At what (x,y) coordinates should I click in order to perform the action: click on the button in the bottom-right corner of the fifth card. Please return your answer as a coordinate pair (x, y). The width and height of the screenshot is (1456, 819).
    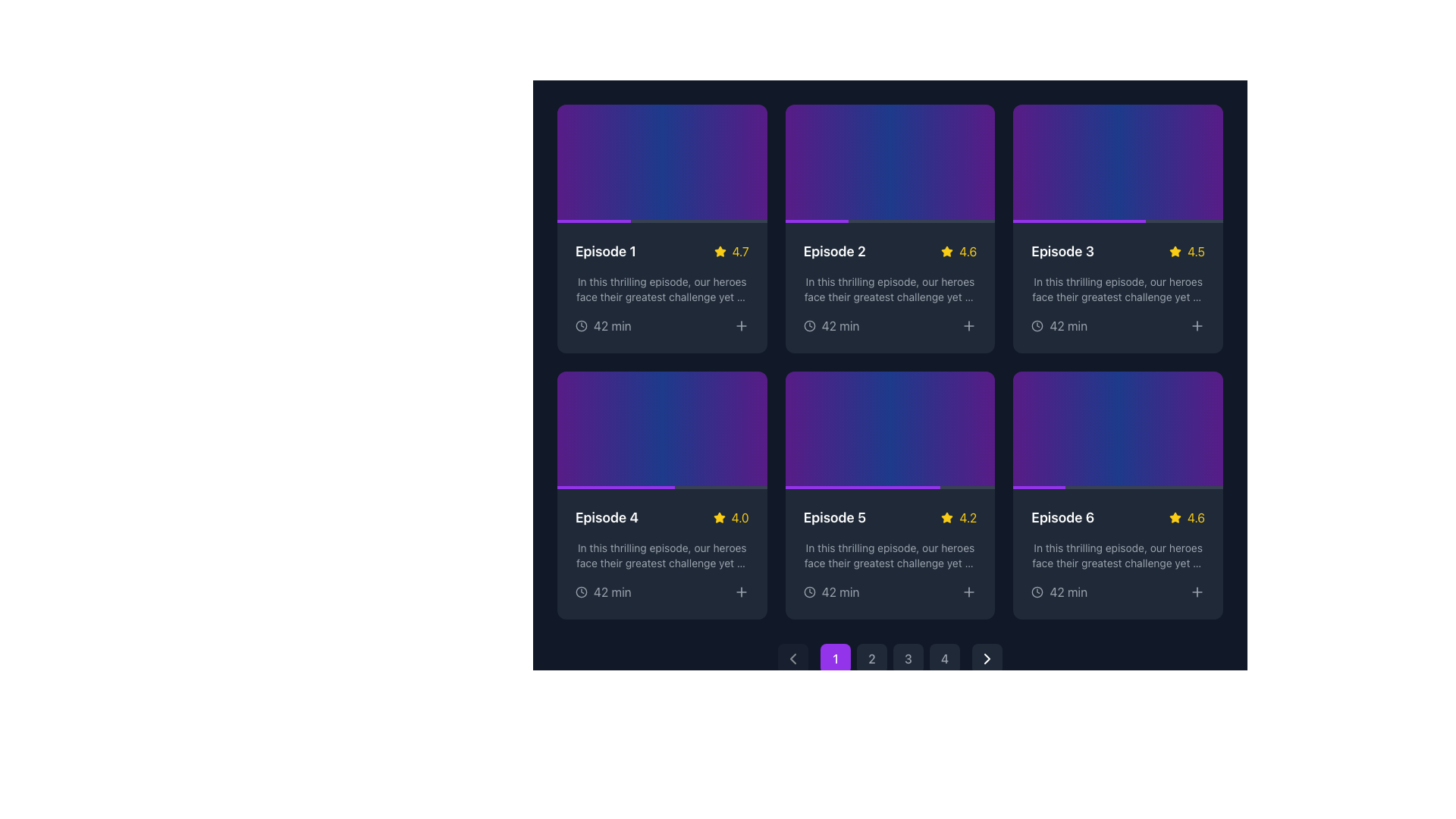
    Looking at the image, I should click on (968, 591).